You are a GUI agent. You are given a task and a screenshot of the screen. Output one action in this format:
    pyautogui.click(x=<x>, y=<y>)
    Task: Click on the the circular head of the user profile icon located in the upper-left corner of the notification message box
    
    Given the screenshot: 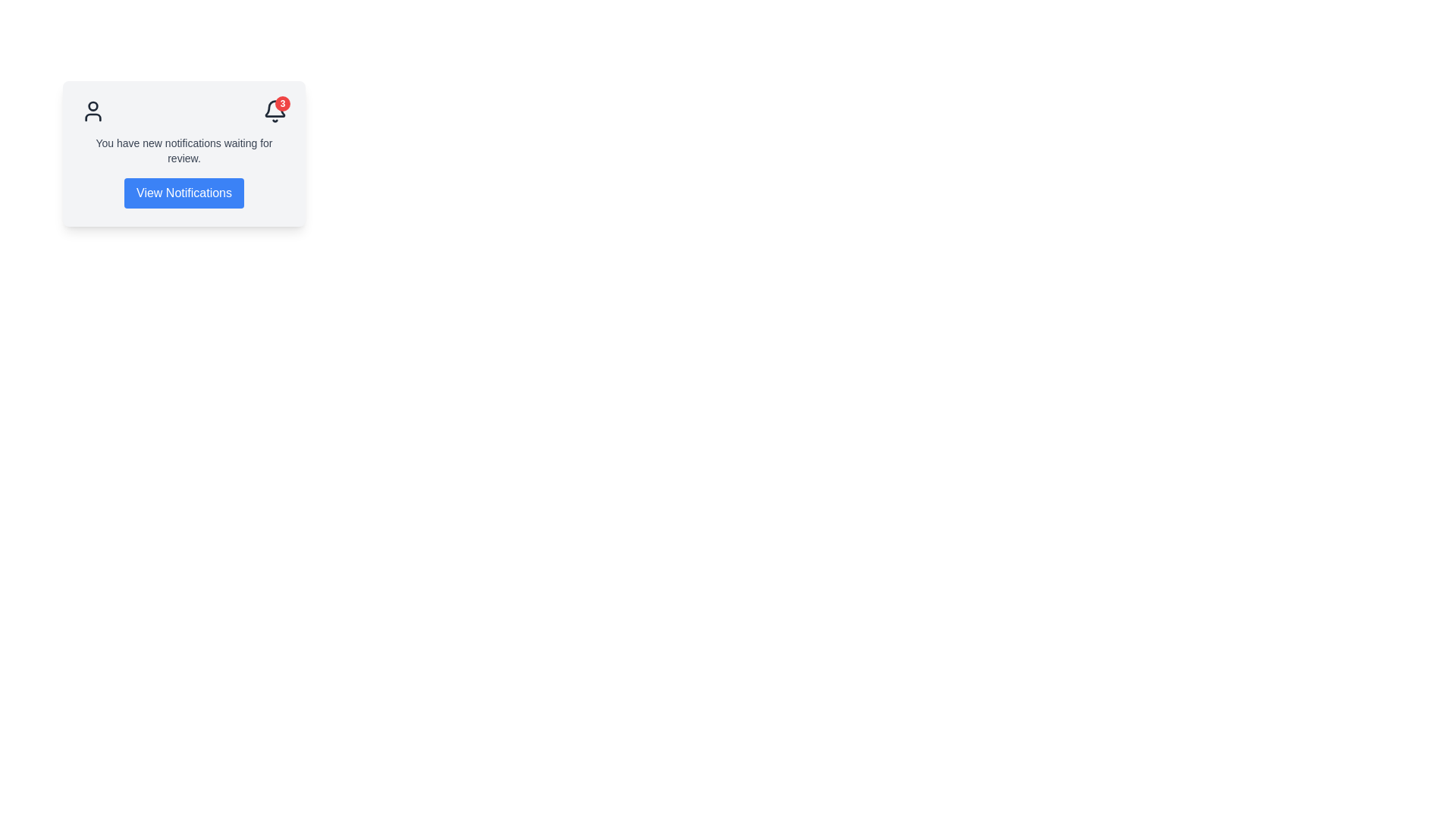 What is the action you would take?
    pyautogui.click(x=93, y=105)
    